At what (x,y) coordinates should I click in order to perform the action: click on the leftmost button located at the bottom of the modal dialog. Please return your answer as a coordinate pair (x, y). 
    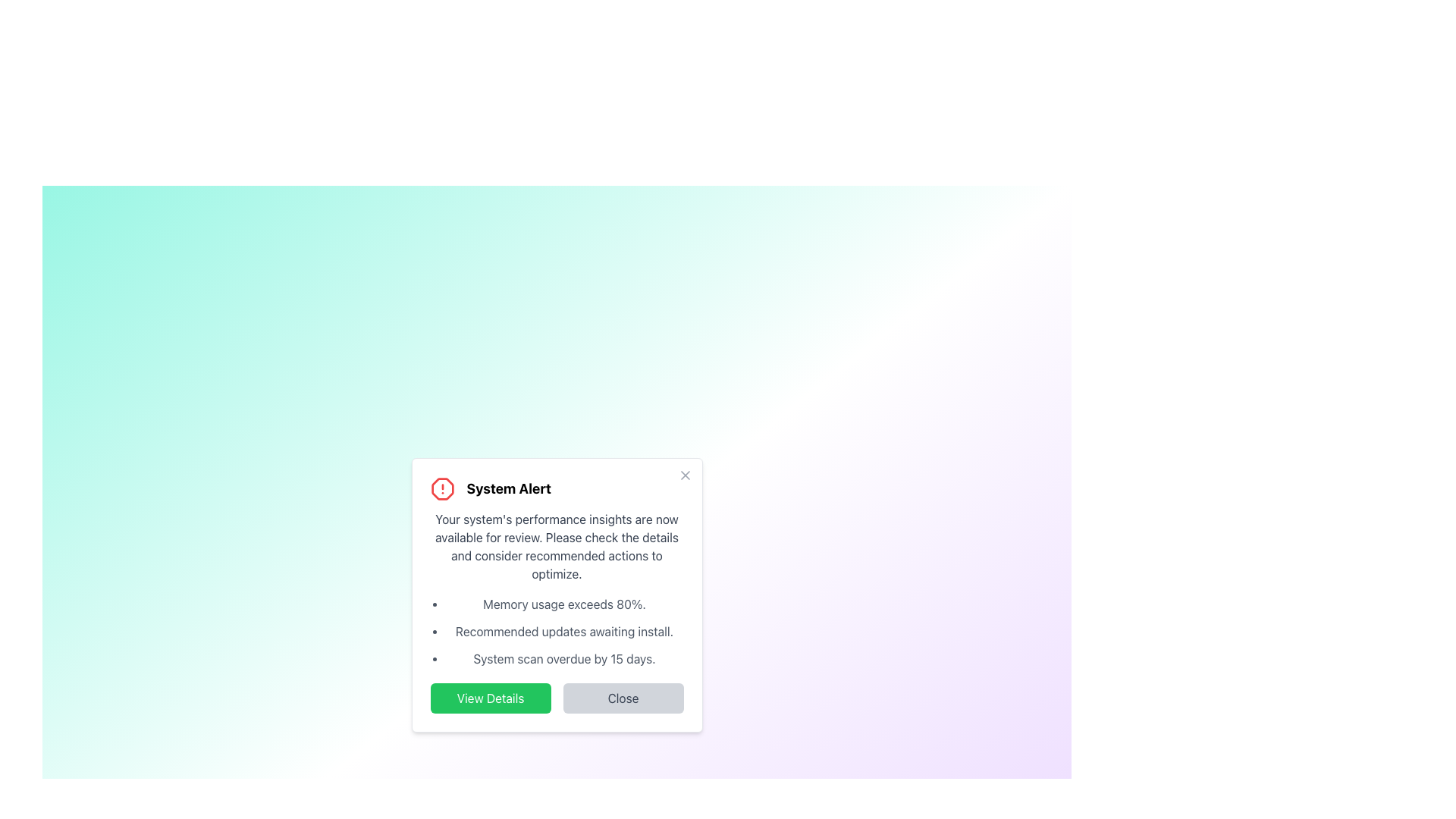
    Looking at the image, I should click on (491, 698).